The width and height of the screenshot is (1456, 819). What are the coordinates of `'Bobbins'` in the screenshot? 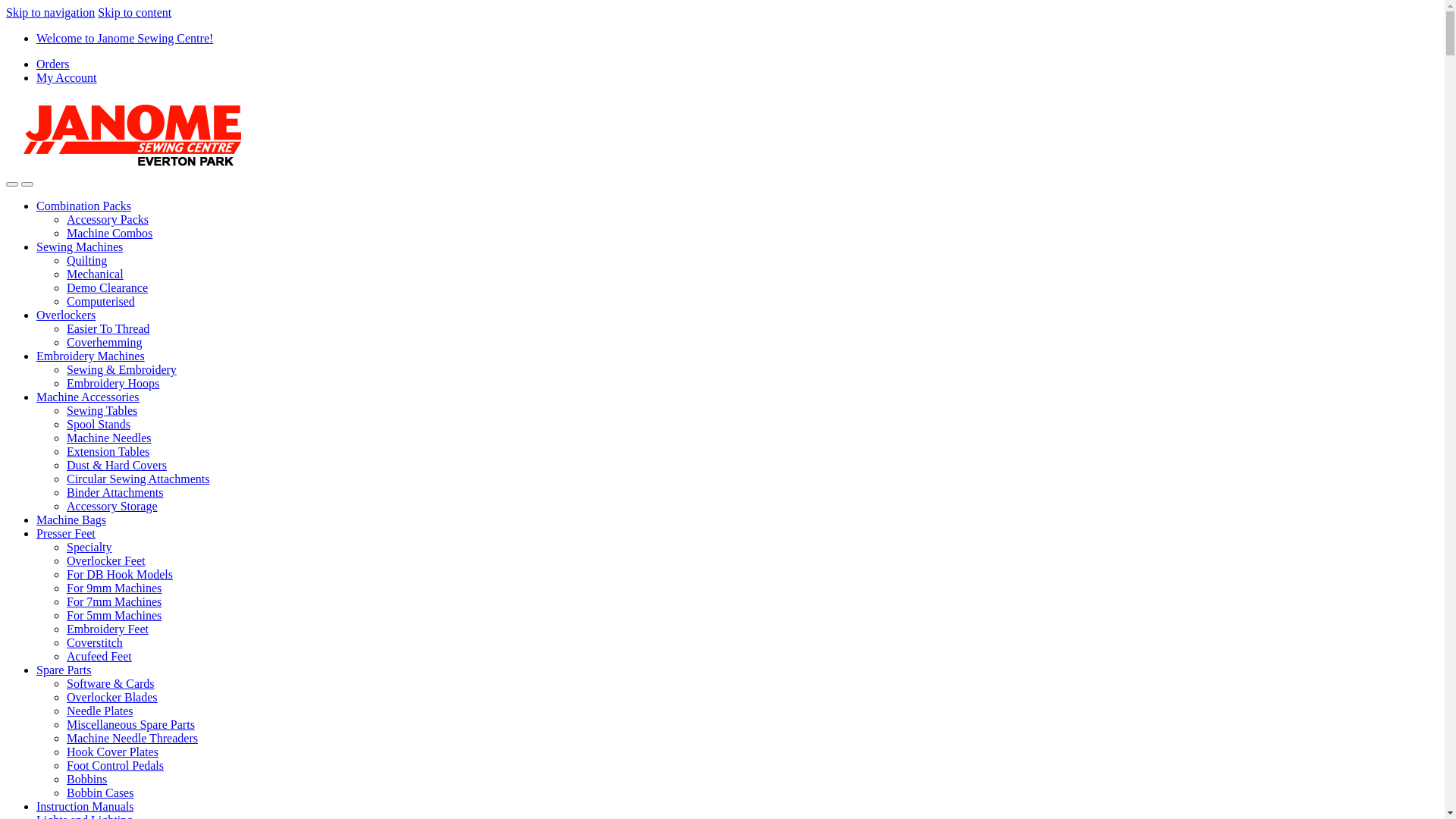 It's located at (65, 779).